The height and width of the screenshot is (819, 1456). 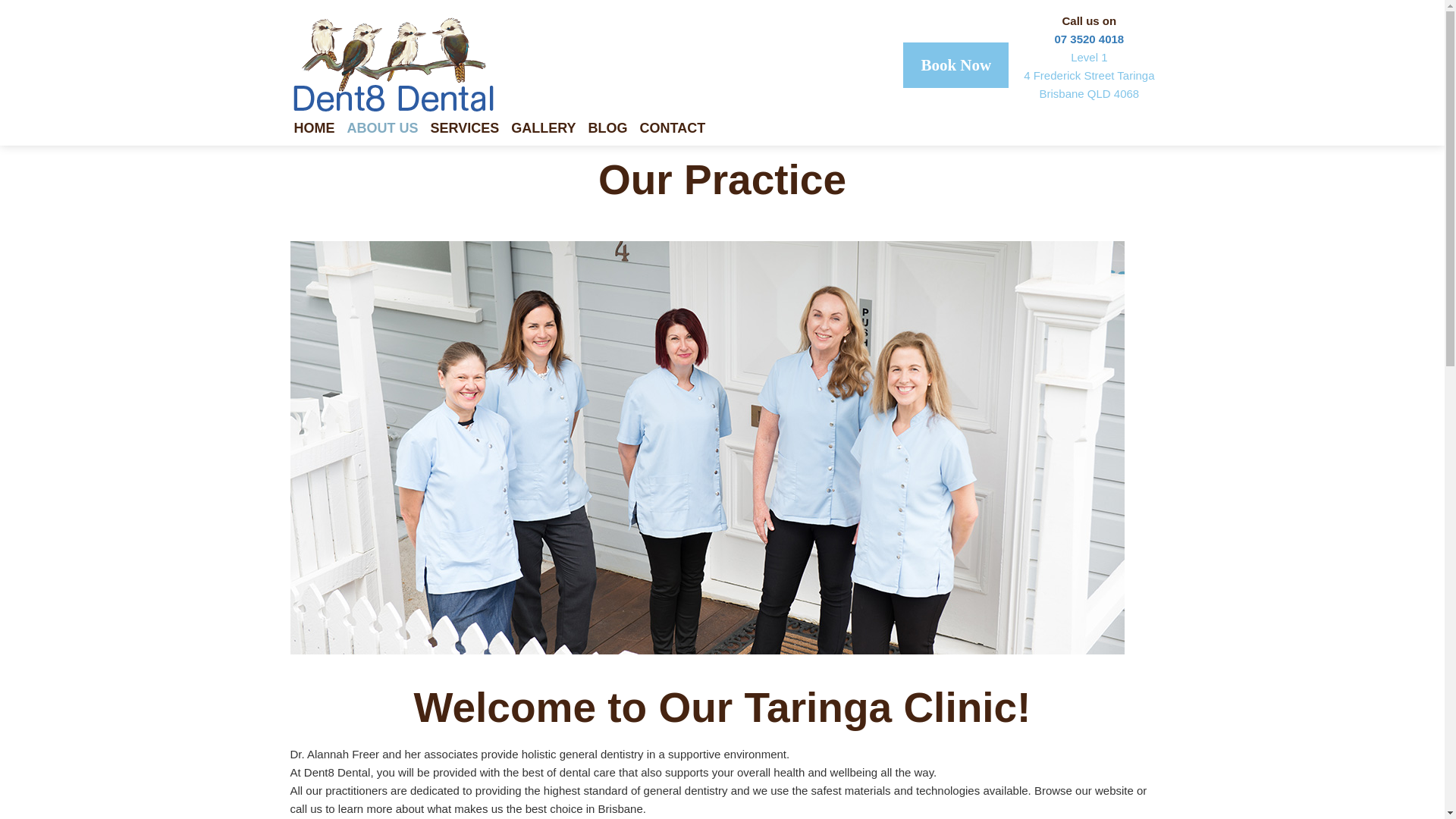 What do you see at coordinates (1053, 38) in the screenshot?
I see `'07 3520 4018'` at bounding box center [1053, 38].